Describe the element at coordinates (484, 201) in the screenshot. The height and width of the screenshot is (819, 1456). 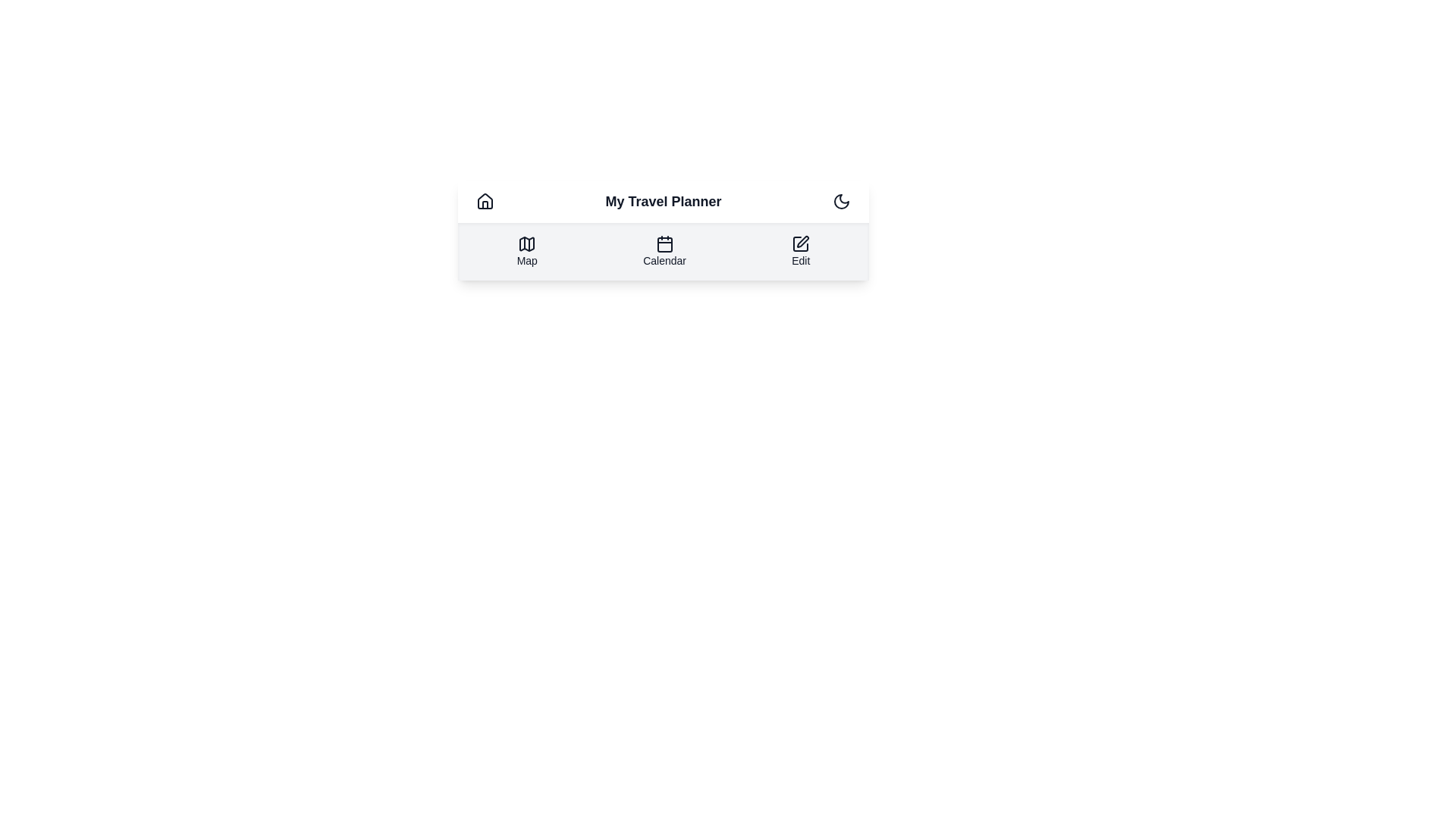
I see `the home button to toggle the menu visibility` at that location.